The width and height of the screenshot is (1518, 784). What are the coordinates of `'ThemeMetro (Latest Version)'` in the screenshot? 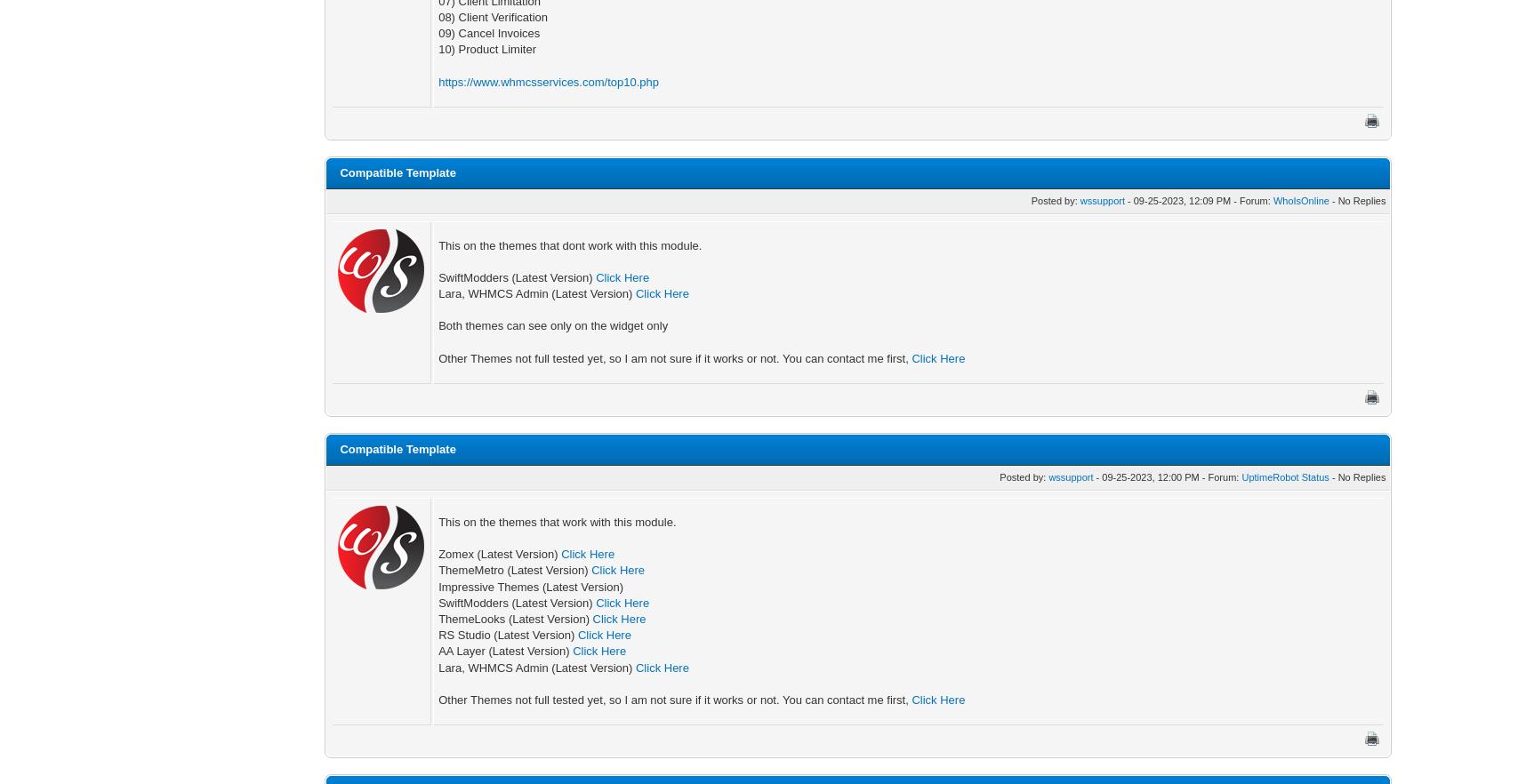 It's located at (515, 570).